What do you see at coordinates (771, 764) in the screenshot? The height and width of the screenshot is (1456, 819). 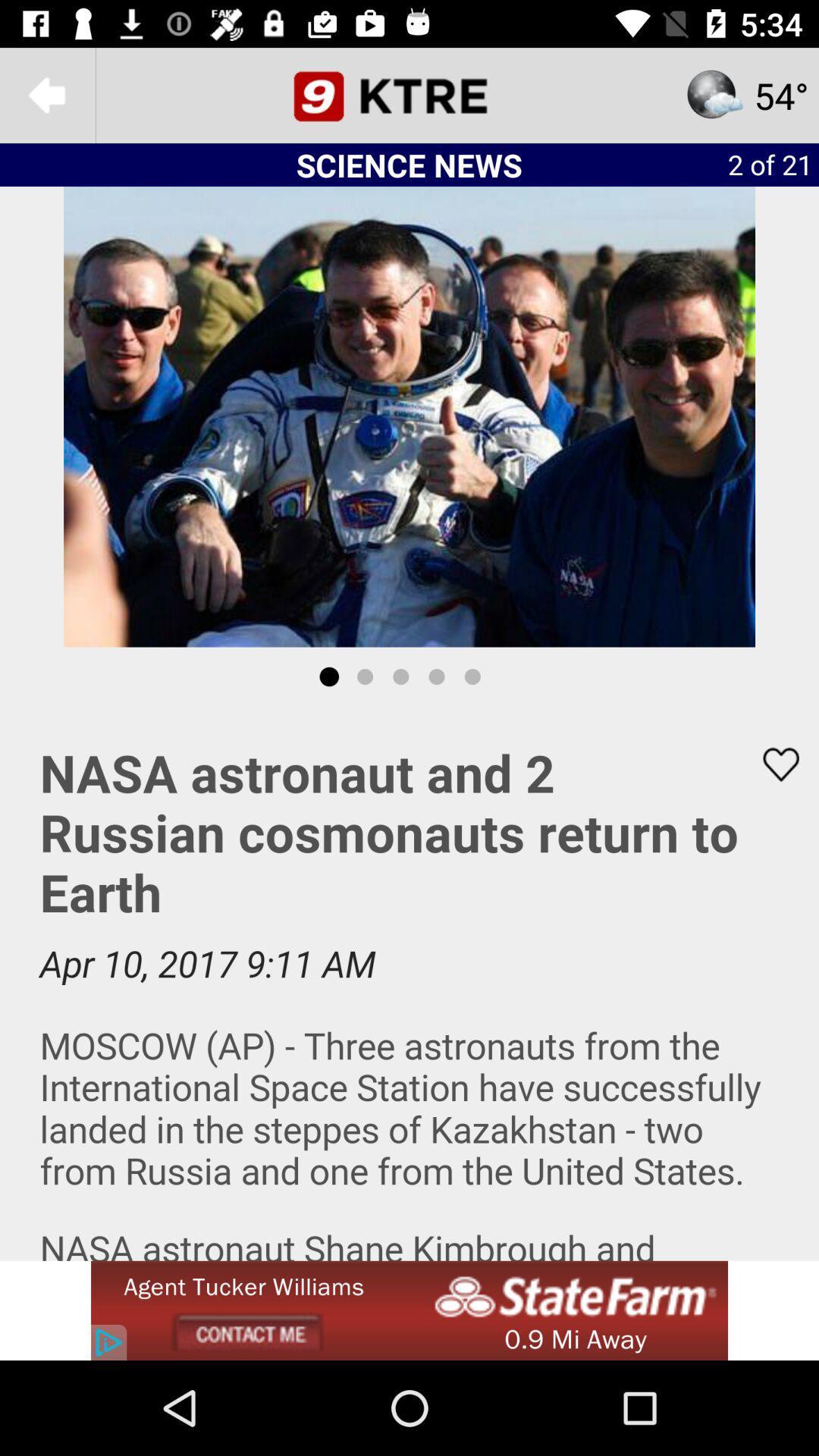 I see `to favourites` at bounding box center [771, 764].